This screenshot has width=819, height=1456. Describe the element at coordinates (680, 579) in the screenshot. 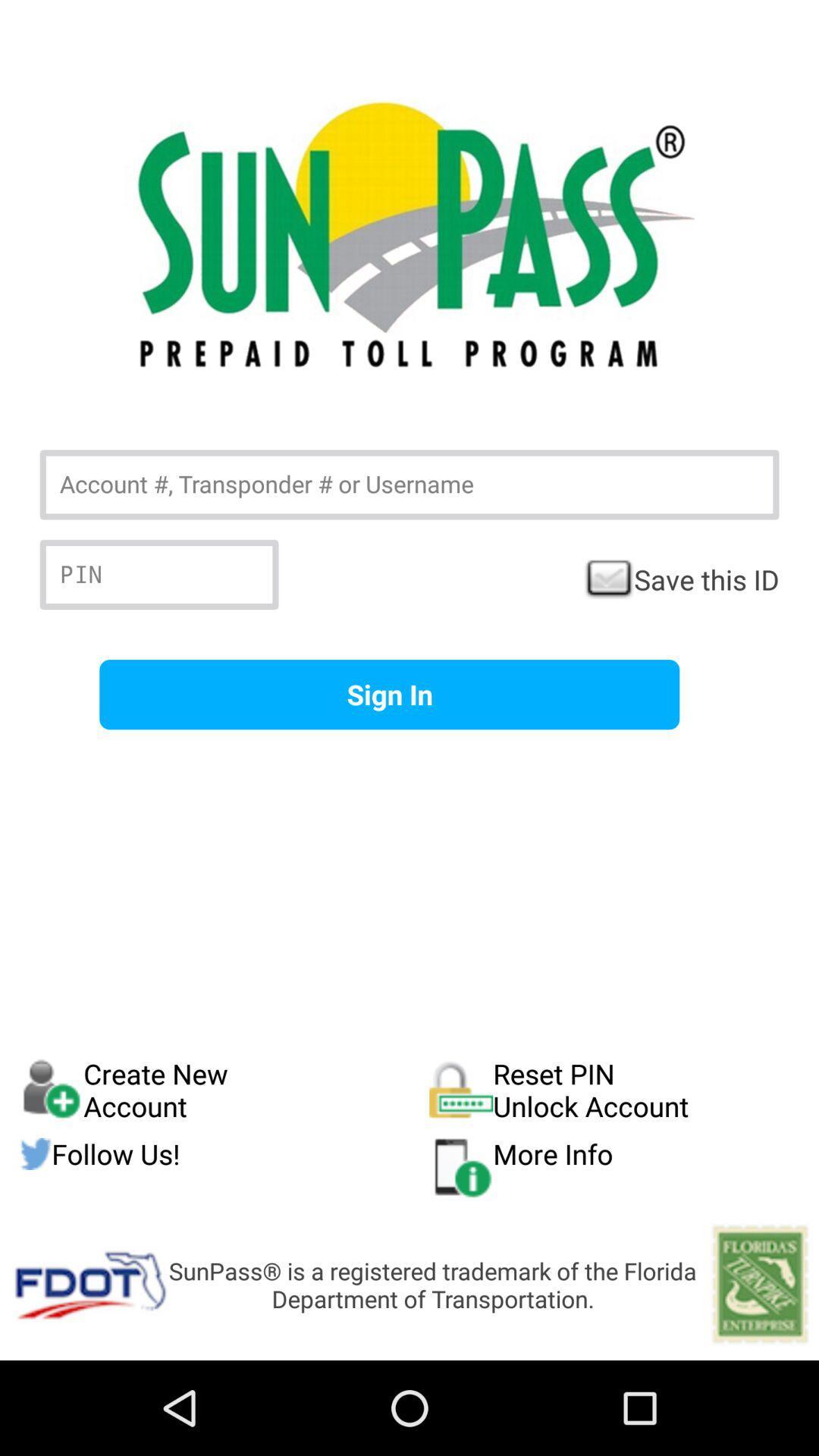

I see `the save this id checkbox` at that location.